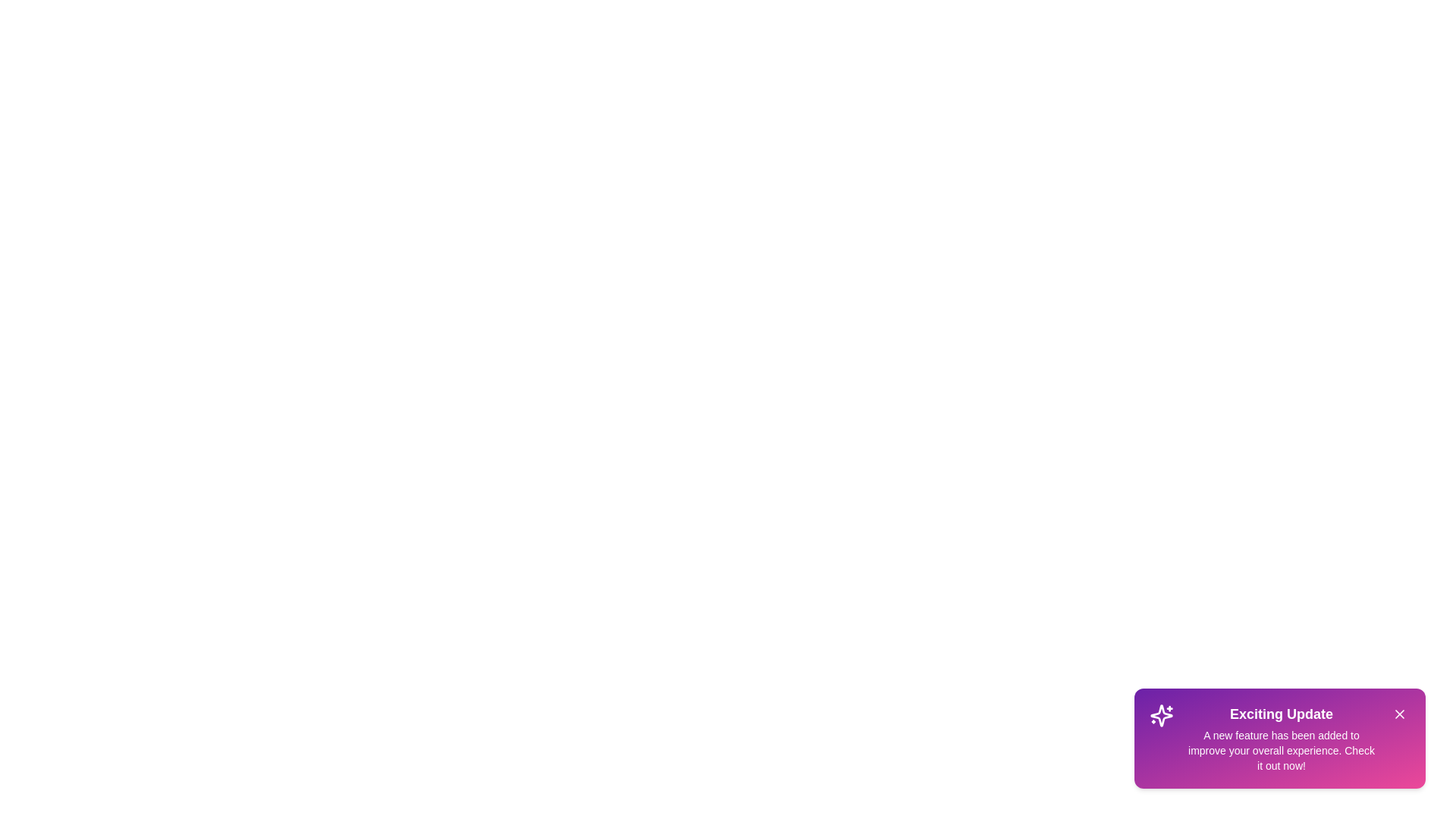  Describe the element at coordinates (1399, 714) in the screenshot. I see `the close button to dismiss the notification` at that location.